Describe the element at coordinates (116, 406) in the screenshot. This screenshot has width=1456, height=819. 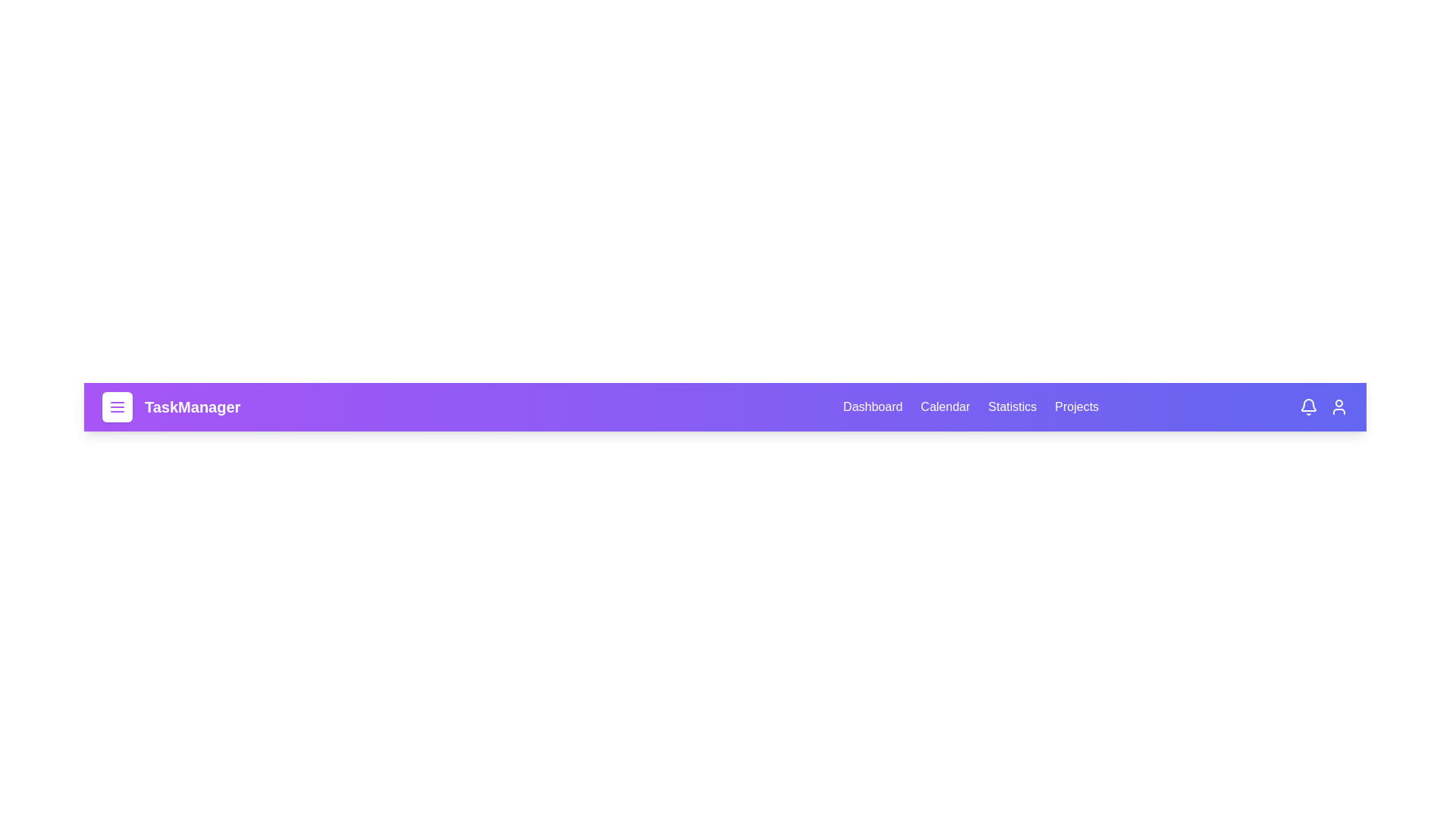
I see `menu button to open the navigation menu` at that location.